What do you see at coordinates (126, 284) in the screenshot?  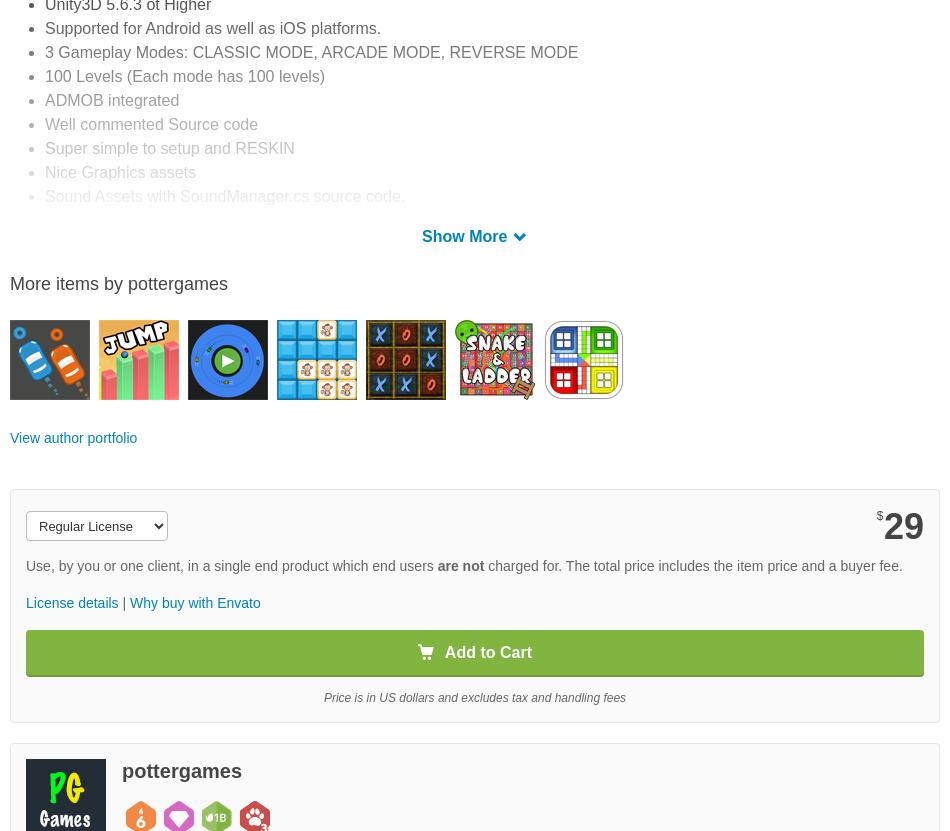 I see `'1.) Open Unity3D 5.6.3 or Higher'` at bounding box center [126, 284].